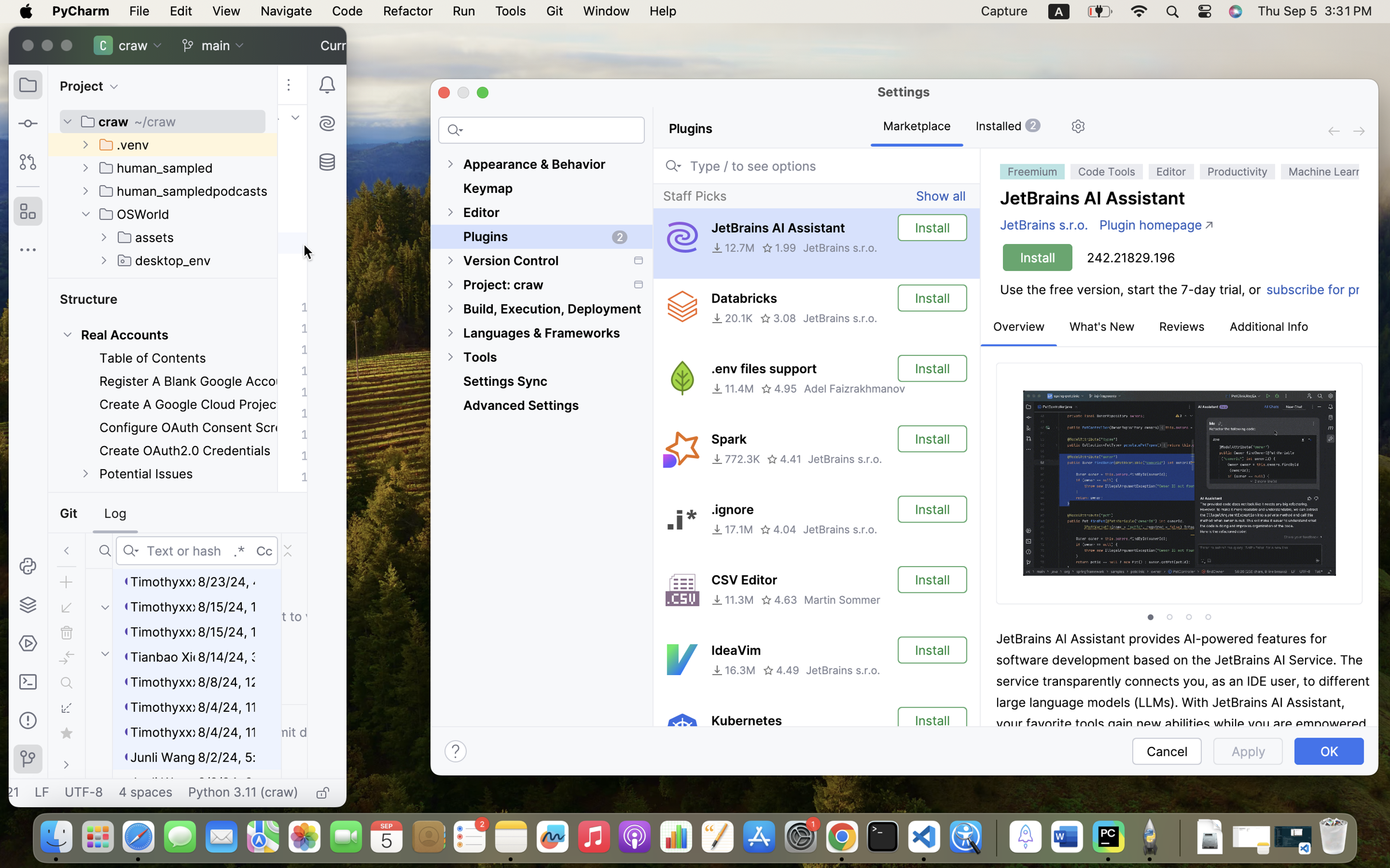 This screenshot has width=1390, height=868. What do you see at coordinates (732, 529) in the screenshot?
I see `'17.1M'` at bounding box center [732, 529].